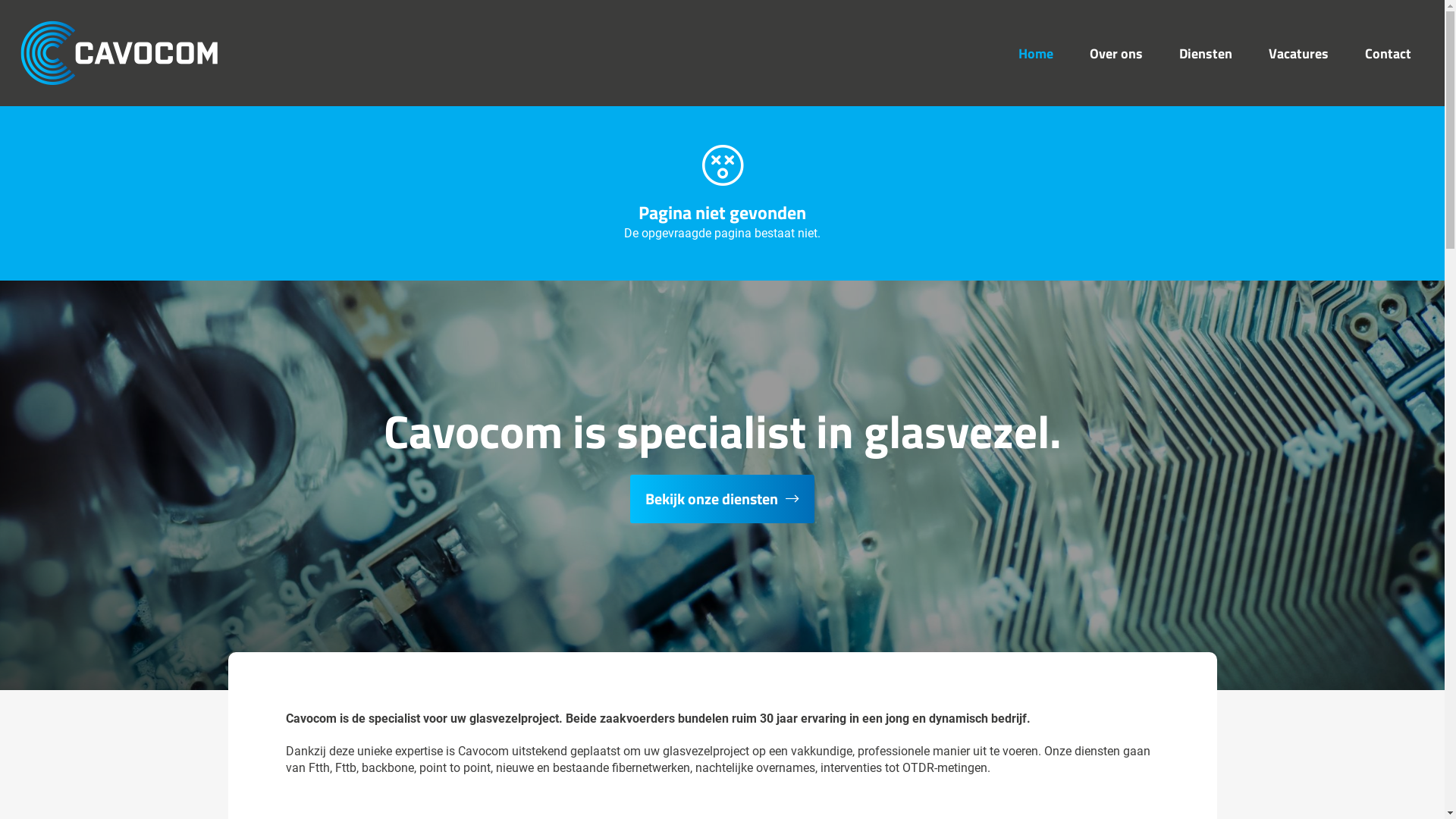 The height and width of the screenshot is (819, 1456). I want to click on 'Bekijk onze diensten', so click(721, 499).